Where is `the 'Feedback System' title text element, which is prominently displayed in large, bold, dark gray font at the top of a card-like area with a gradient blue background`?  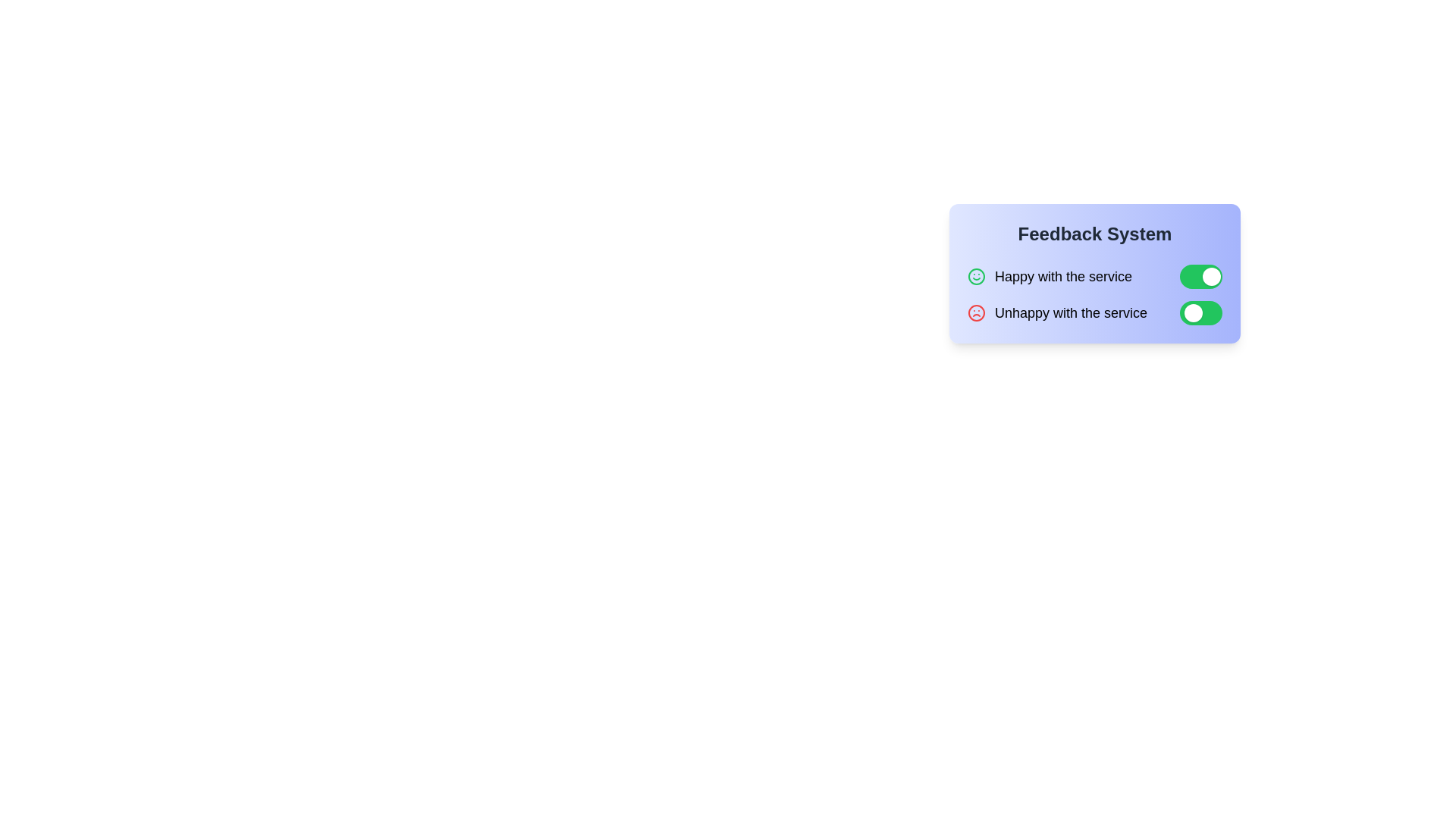 the 'Feedback System' title text element, which is prominently displayed in large, bold, dark gray font at the top of a card-like area with a gradient blue background is located at coordinates (1095, 234).